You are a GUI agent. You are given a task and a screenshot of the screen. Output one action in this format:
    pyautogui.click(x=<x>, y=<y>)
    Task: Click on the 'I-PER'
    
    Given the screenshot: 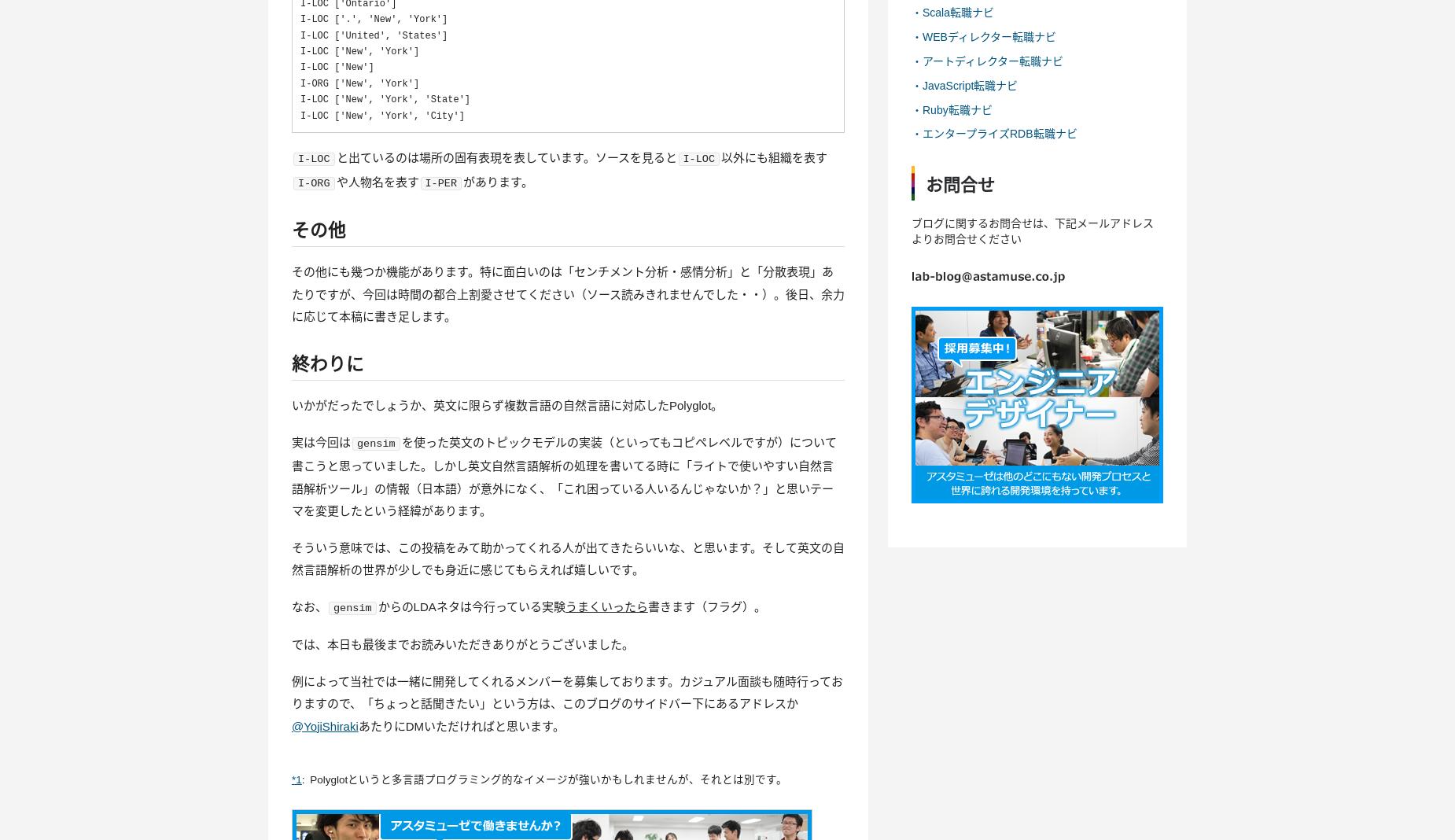 What is the action you would take?
    pyautogui.click(x=440, y=182)
    